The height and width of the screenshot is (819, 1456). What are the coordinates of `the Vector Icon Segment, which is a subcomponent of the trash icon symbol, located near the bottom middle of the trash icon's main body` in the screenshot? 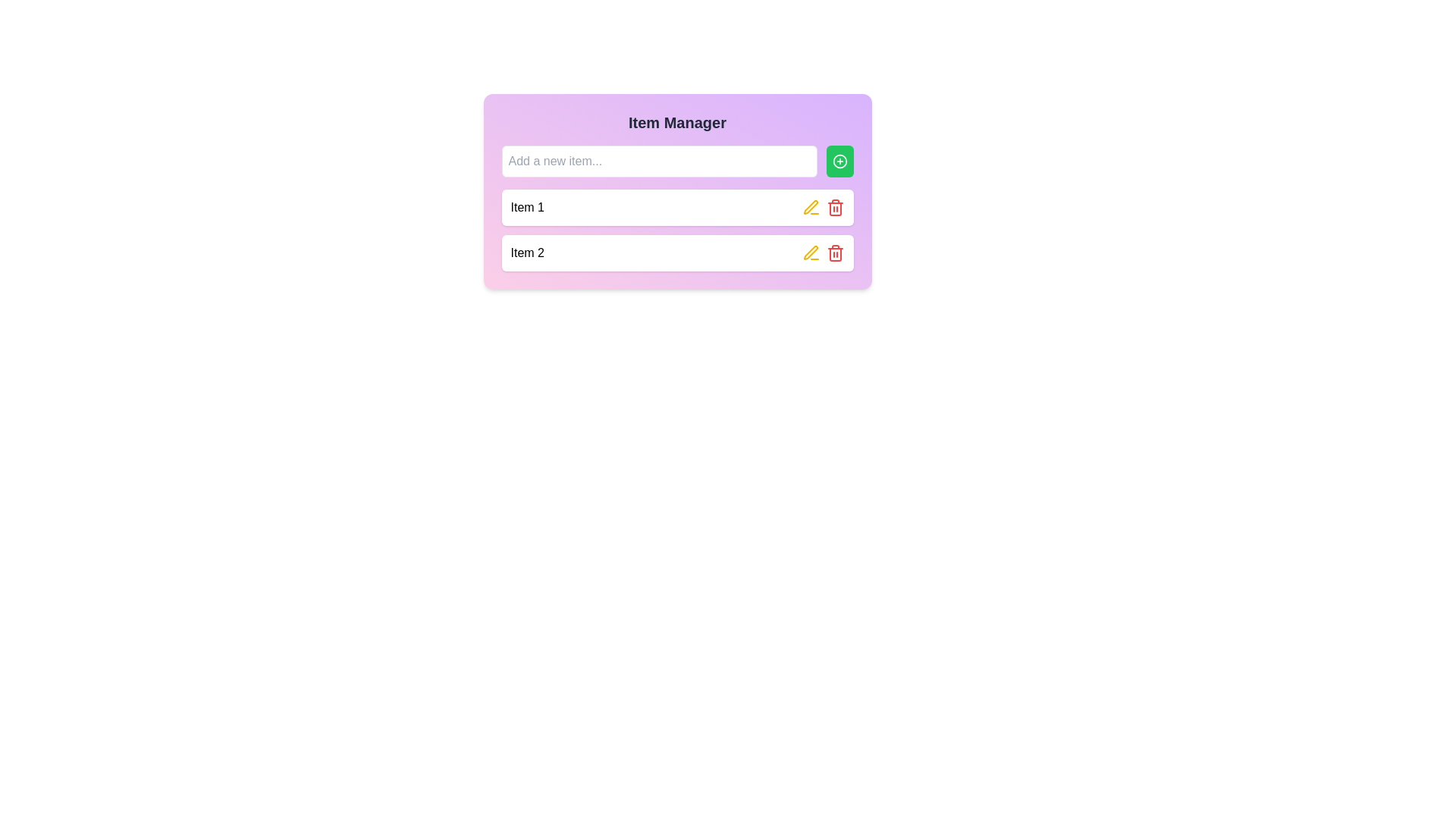 It's located at (834, 253).